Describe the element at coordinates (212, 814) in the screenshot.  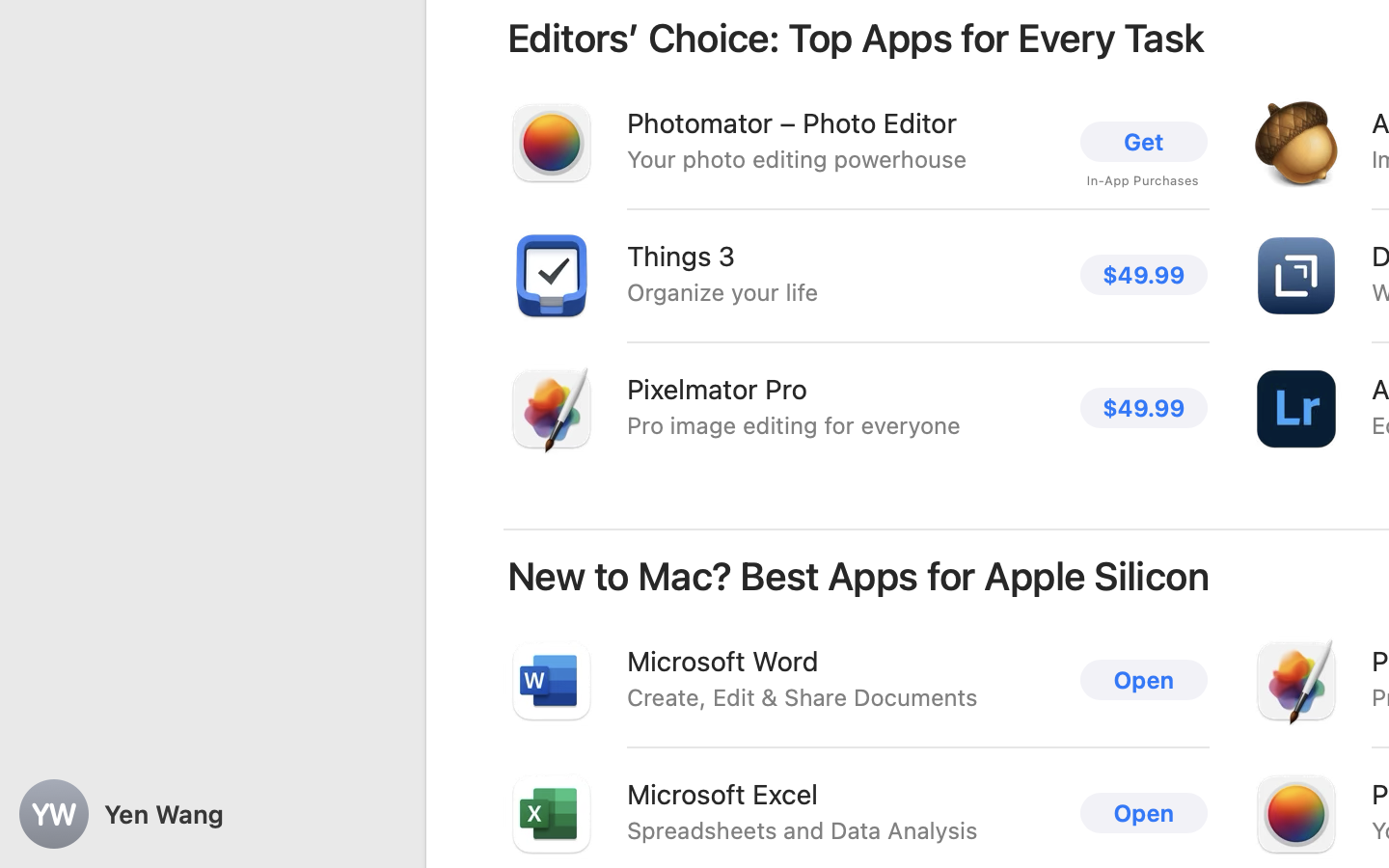
I see `'Yen Wang'` at that location.